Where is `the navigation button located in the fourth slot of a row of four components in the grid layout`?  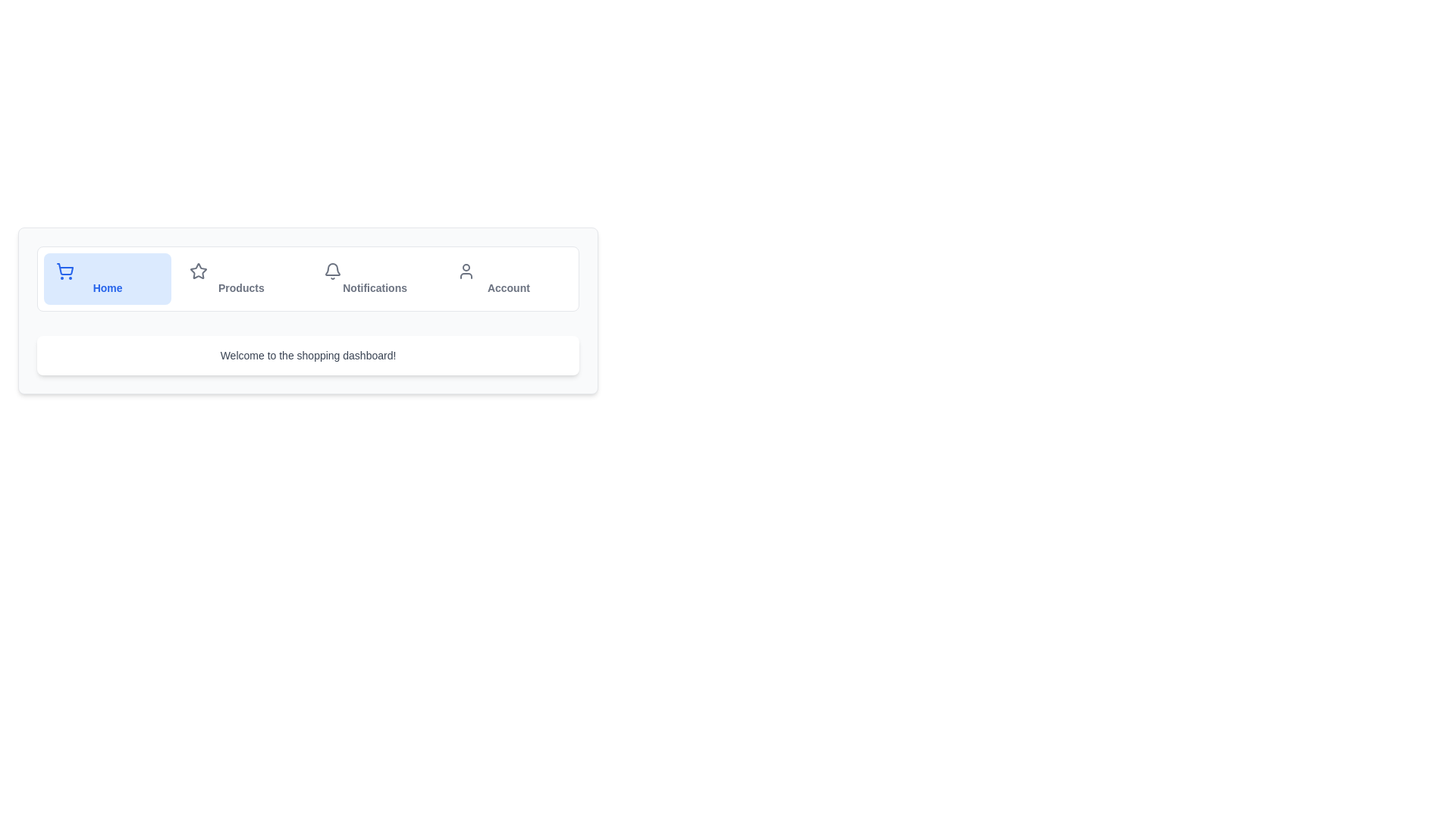 the navigation button located in the fourth slot of a row of four components in the grid layout is located at coordinates (508, 278).